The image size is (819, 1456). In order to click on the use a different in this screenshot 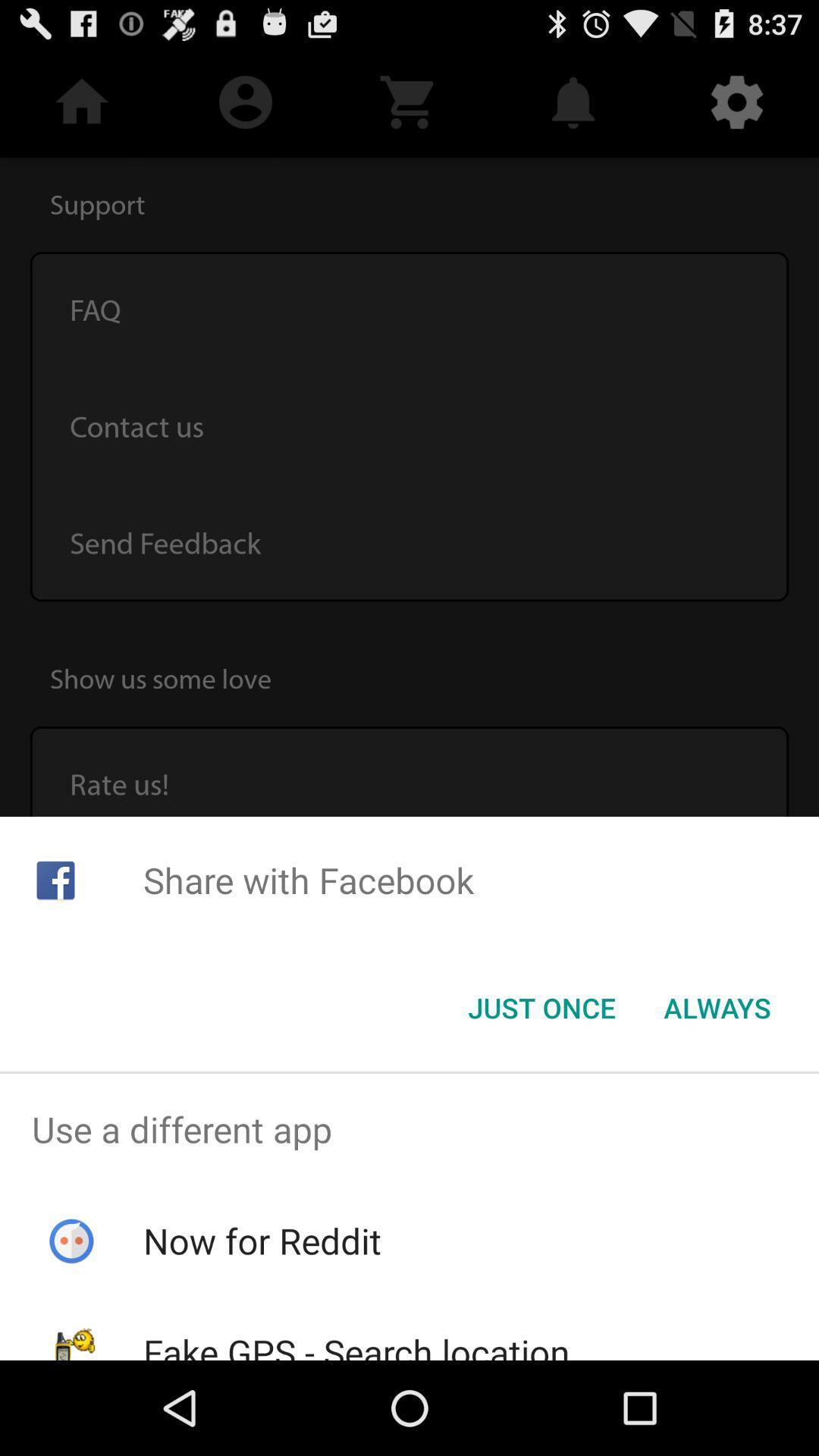, I will do `click(409, 1129)`.